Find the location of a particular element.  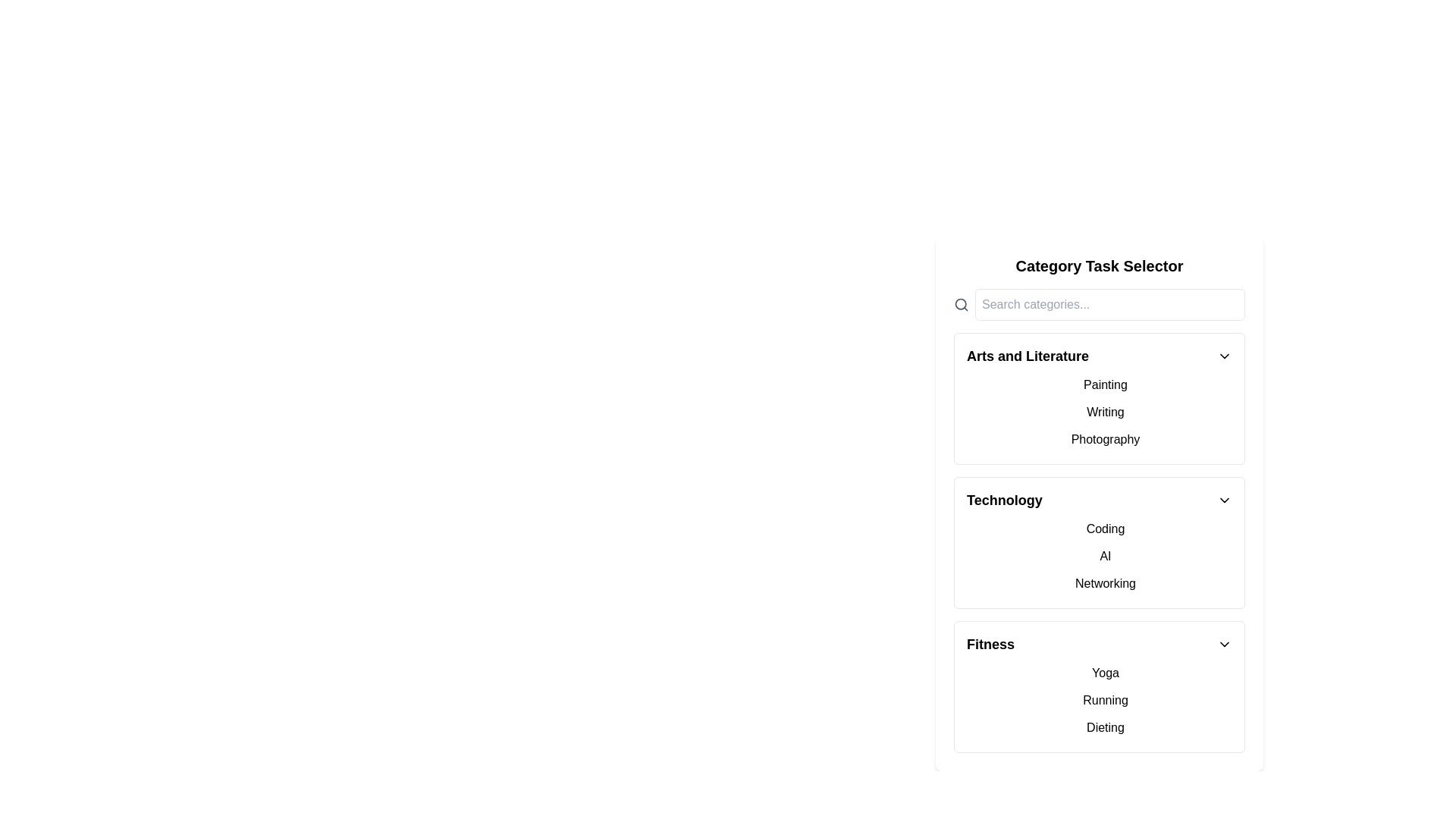

the chevron-down button located on the far right side of the 'Fitness' category header is located at coordinates (1224, 644).